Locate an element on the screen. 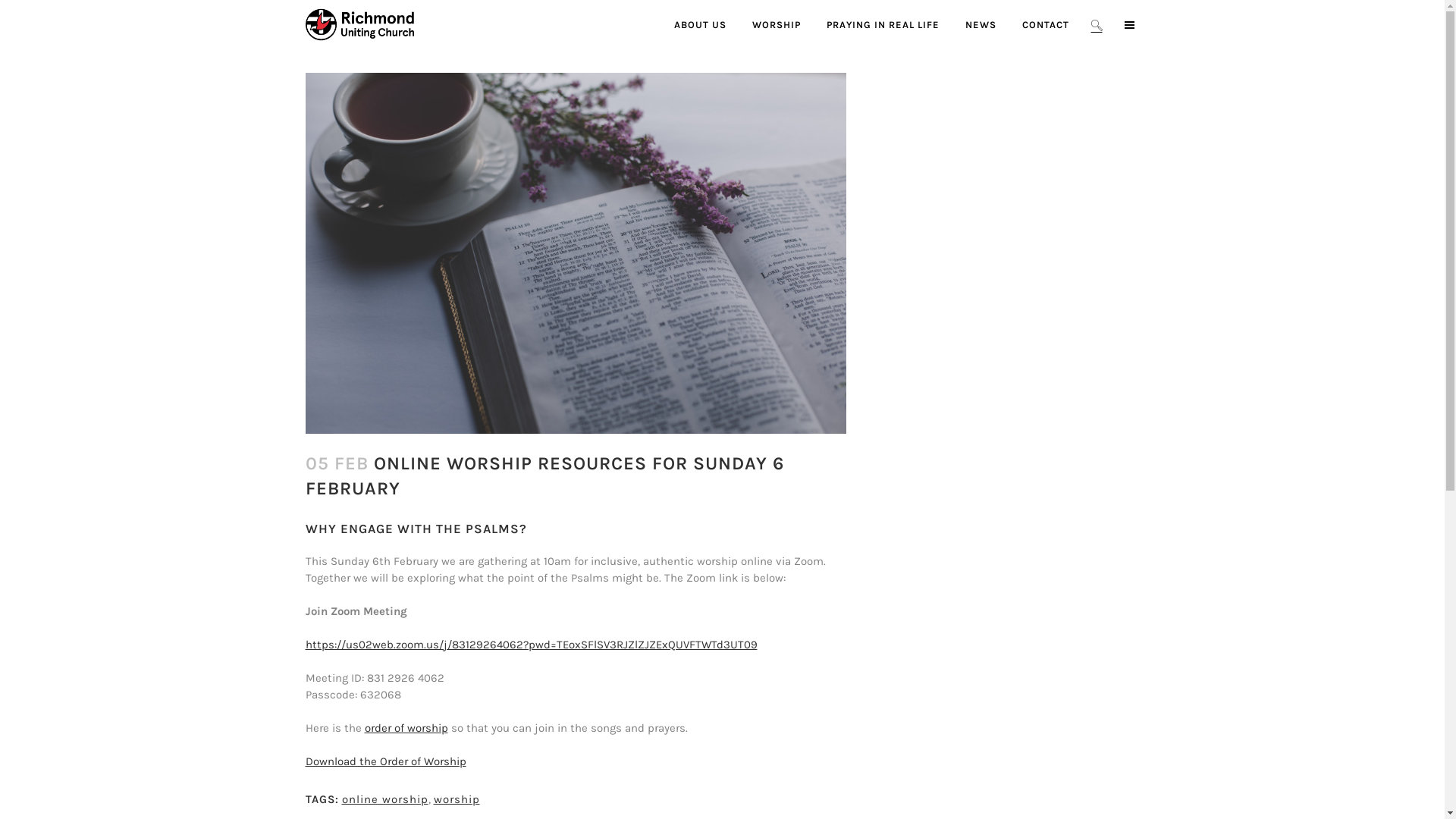 The image size is (1456, 819). 'Download the Order of Worship' is located at coordinates (385, 761).